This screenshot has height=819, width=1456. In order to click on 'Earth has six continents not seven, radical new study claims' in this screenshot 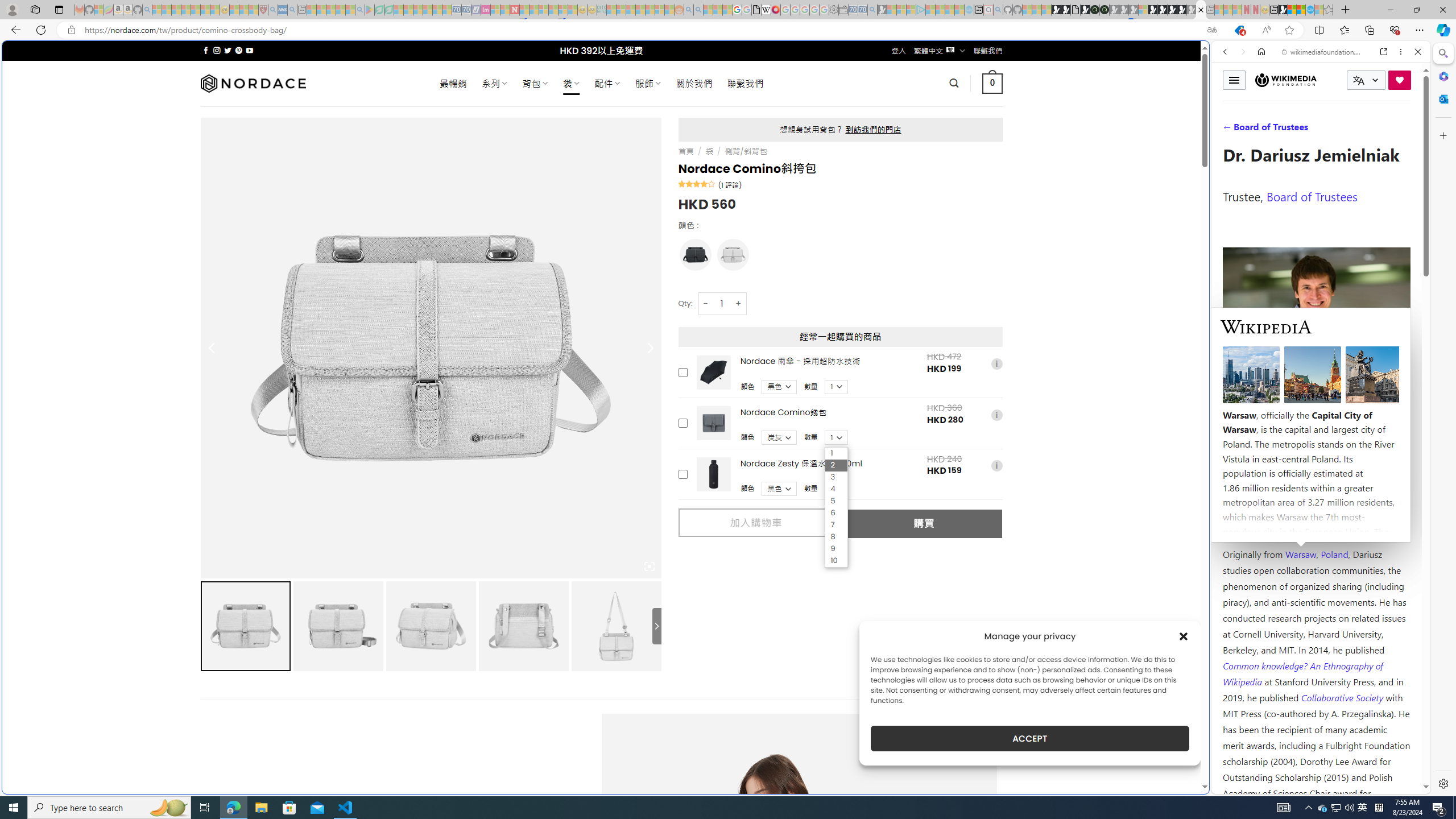, I will do `click(1300, 9)`.